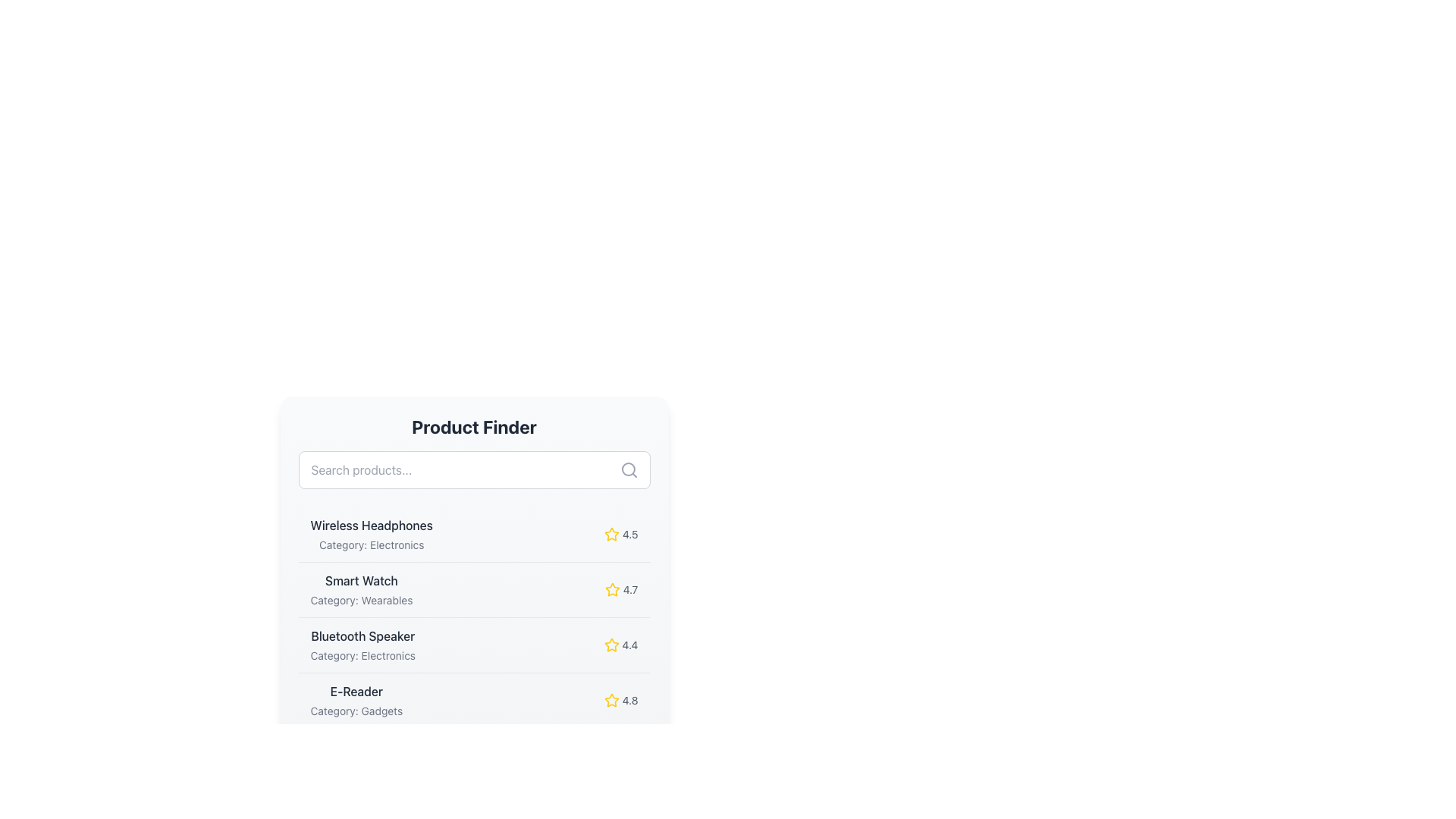 The image size is (1456, 819). Describe the element at coordinates (356, 691) in the screenshot. I see `text label displaying 'E-Reader' which is the fourth product in the list, located centrally under 'Product Finder' and above 'Category: Gadgets'` at that location.